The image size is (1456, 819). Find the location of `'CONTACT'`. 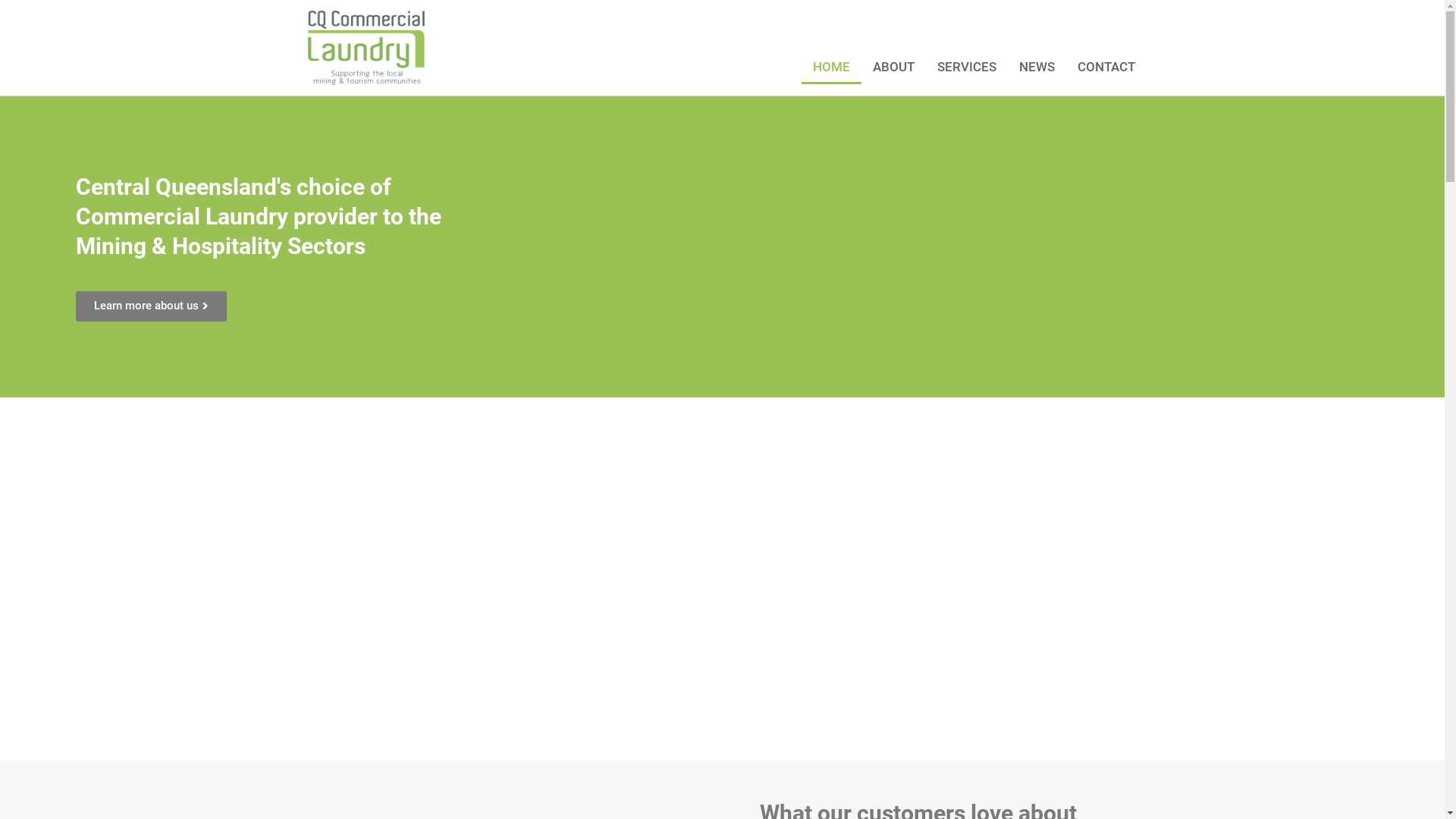

'CONTACT' is located at coordinates (1106, 66).